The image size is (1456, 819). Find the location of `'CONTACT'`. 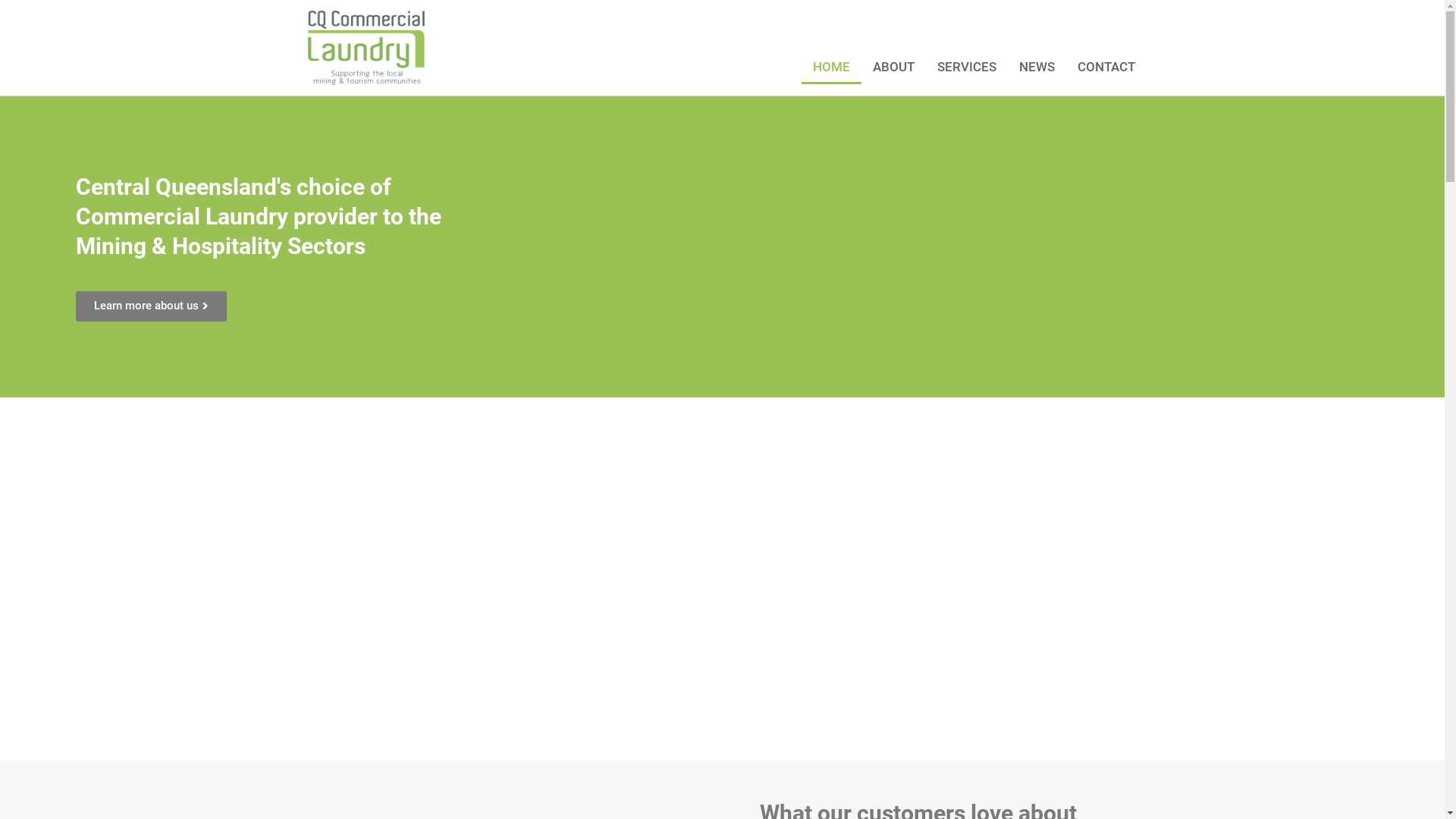

'CONTACT' is located at coordinates (1106, 66).